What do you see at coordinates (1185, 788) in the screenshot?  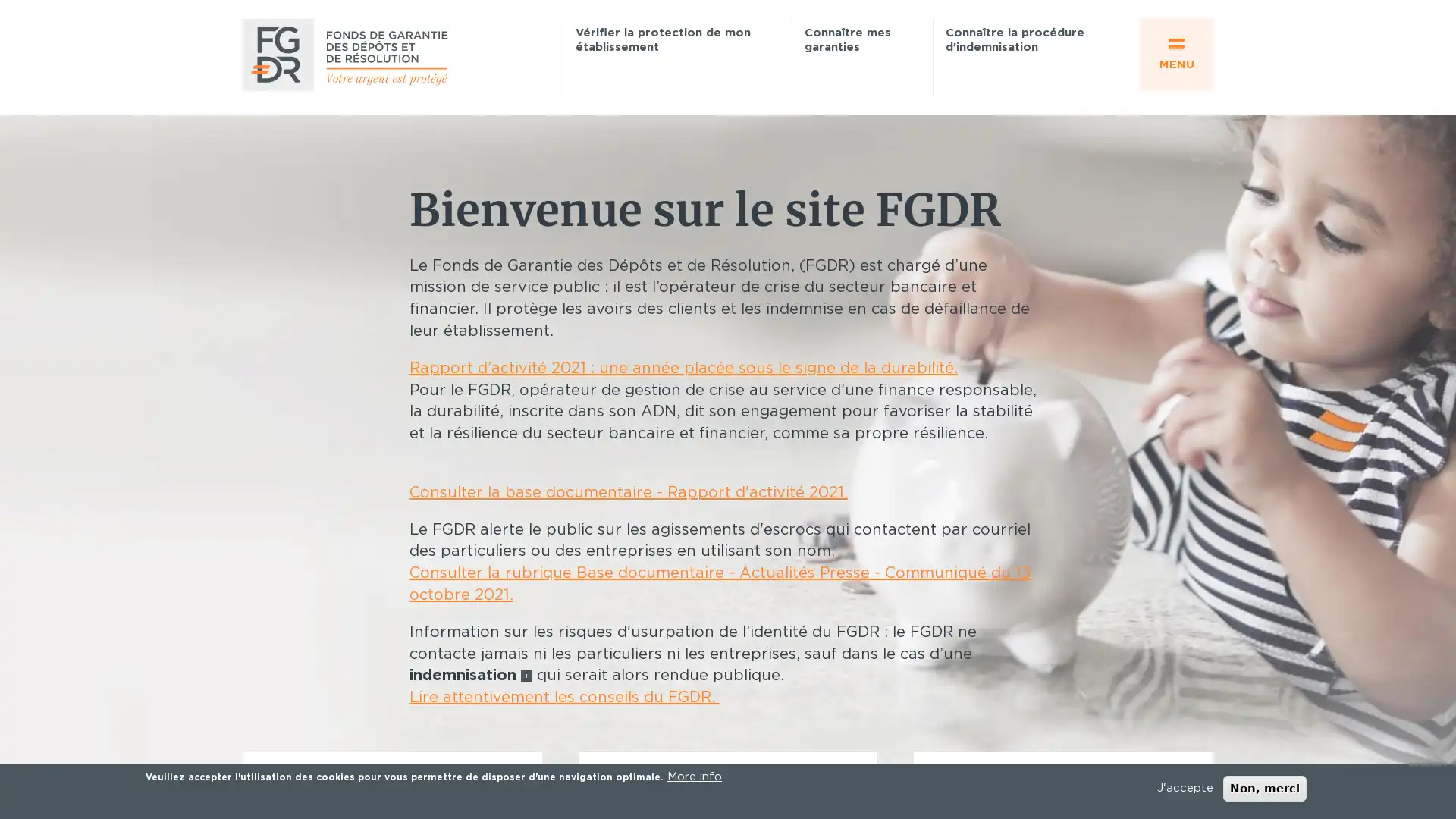 I see `J'accepte` at bounding box center [1185, 788].